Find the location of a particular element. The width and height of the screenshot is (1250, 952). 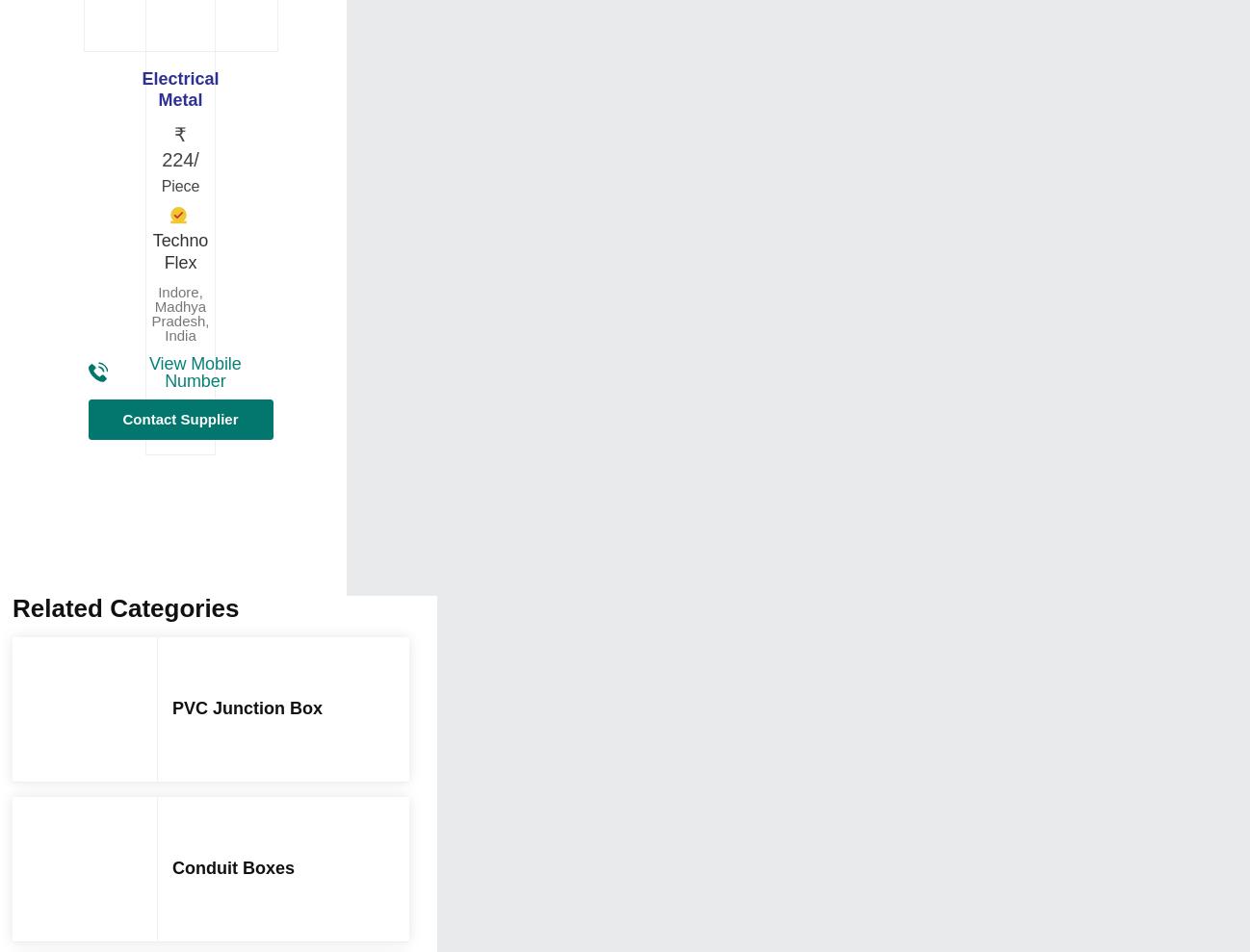

'Conduit Boxes' is located at coordinates (233, 865).